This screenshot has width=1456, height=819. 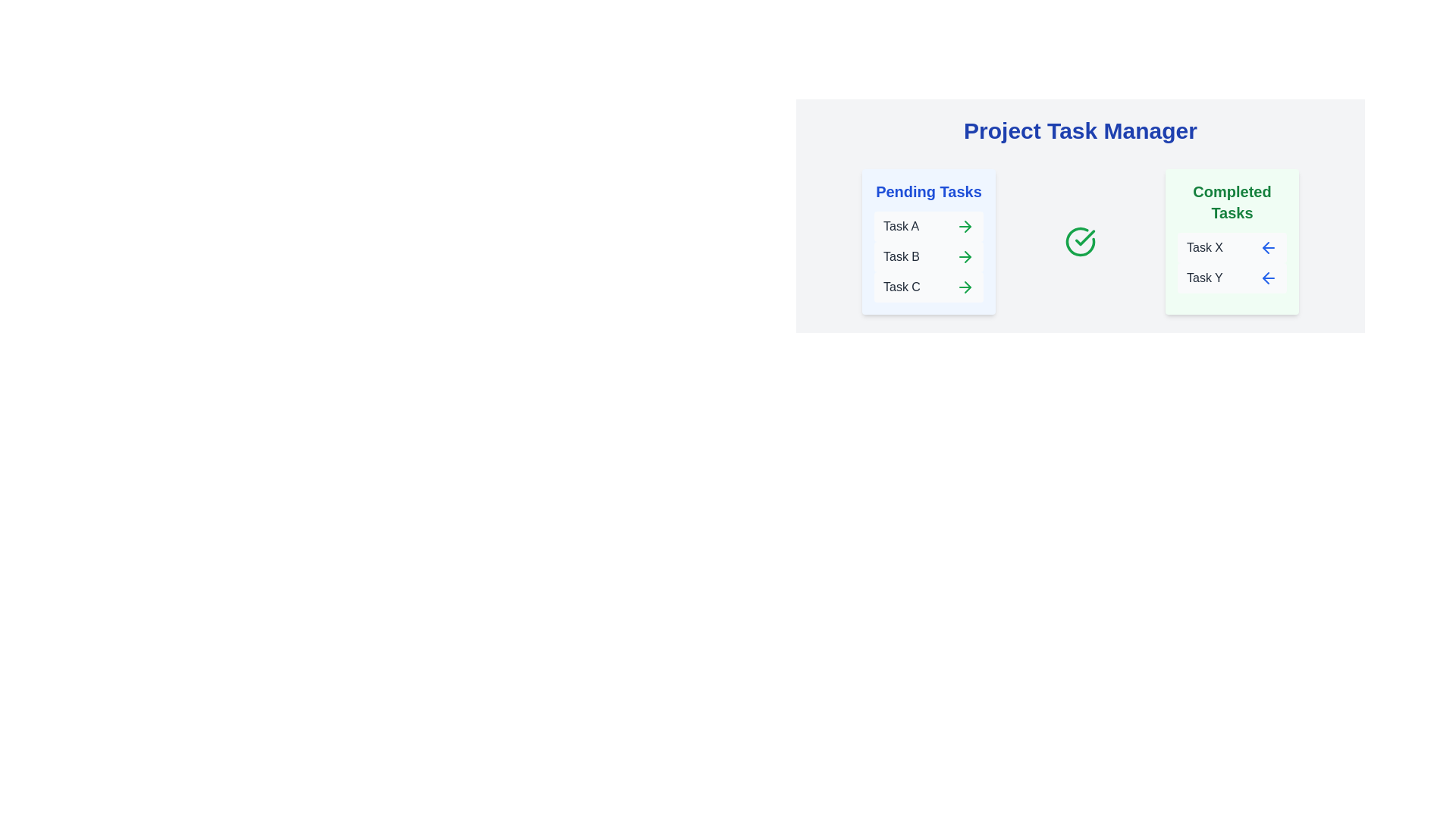 I want to click on right arrow button next to task Task A in the 'Pending Tasks' column to move it to 'Completed Tasks', so click(x=964, y=227).